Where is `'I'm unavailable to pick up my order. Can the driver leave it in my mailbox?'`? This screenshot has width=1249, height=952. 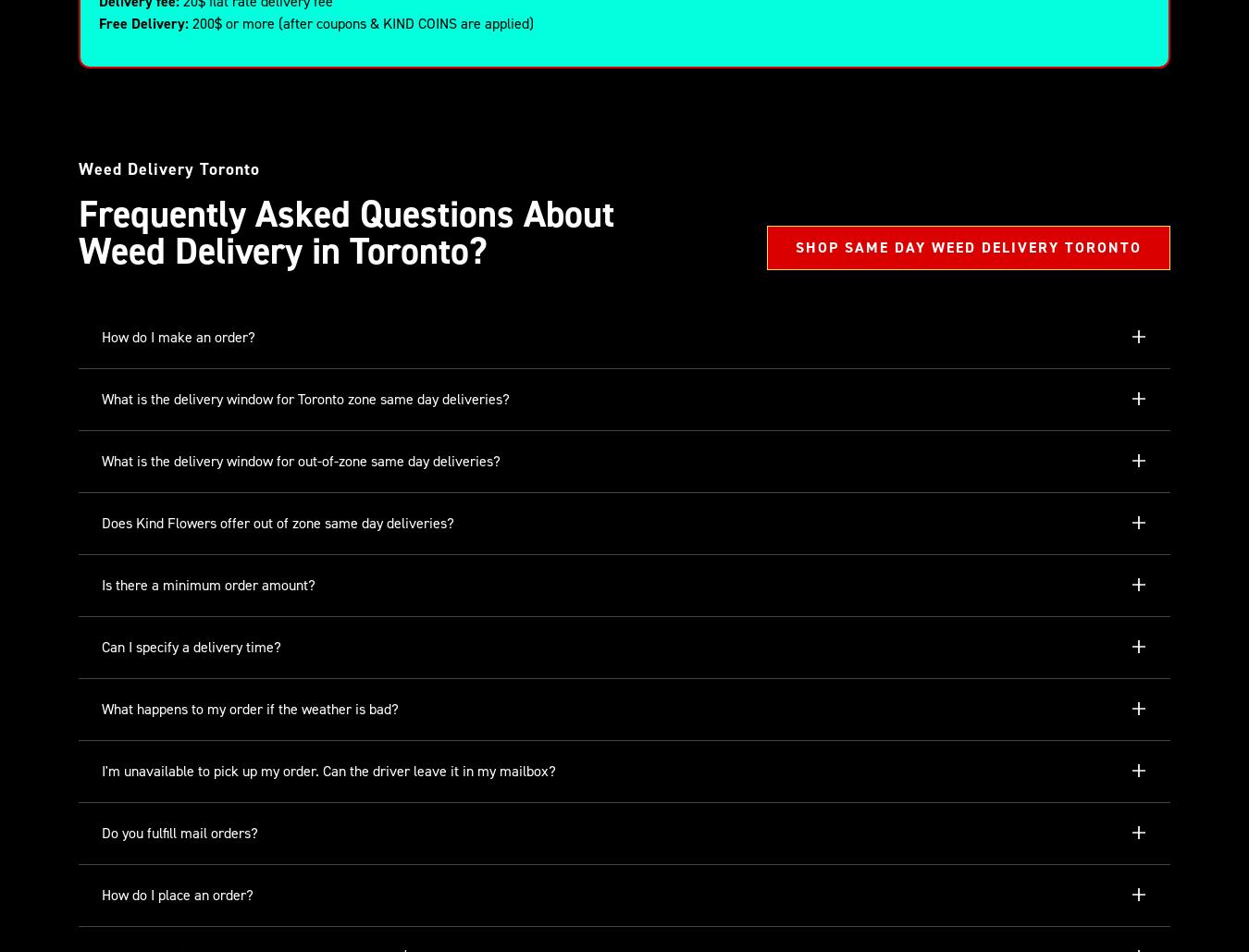 'I'm unavailable to pick up my order. Can the driver leave it in my mailbox?' is located at coordinates (328, 770).